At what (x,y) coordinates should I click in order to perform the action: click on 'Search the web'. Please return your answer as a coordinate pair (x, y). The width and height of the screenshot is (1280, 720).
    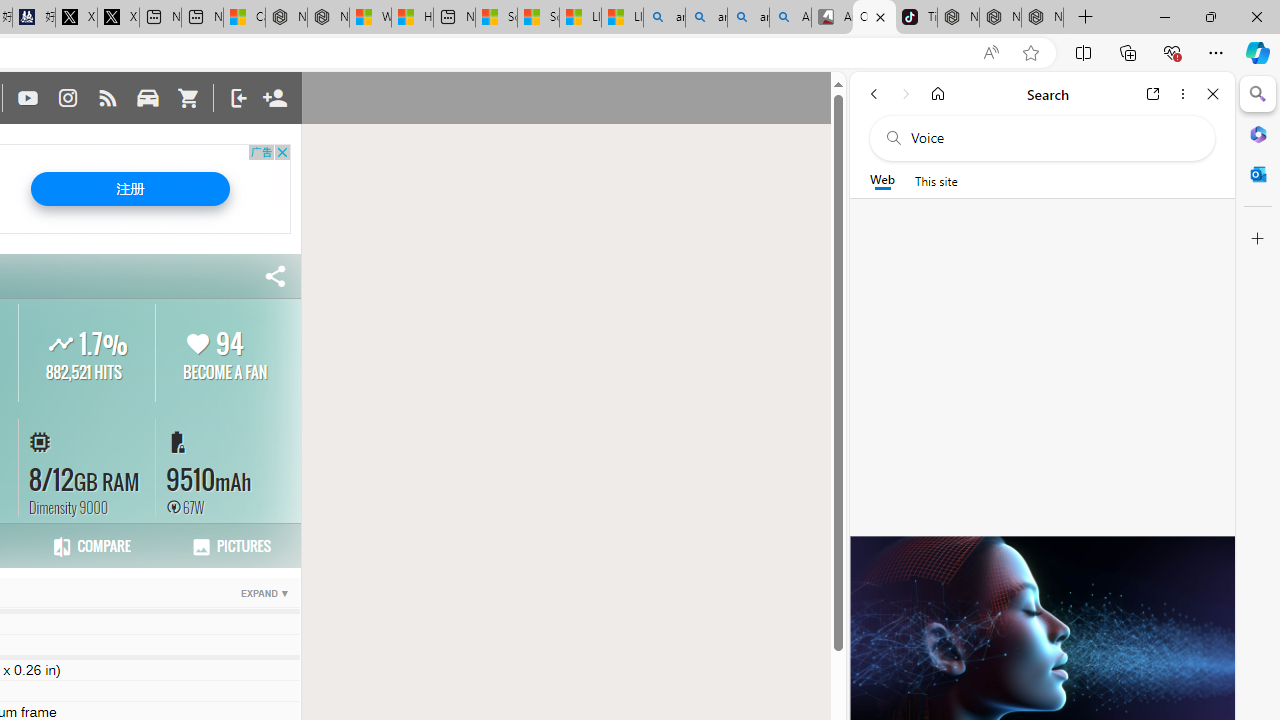
    Looking at the image, I should click on (1051, 137).